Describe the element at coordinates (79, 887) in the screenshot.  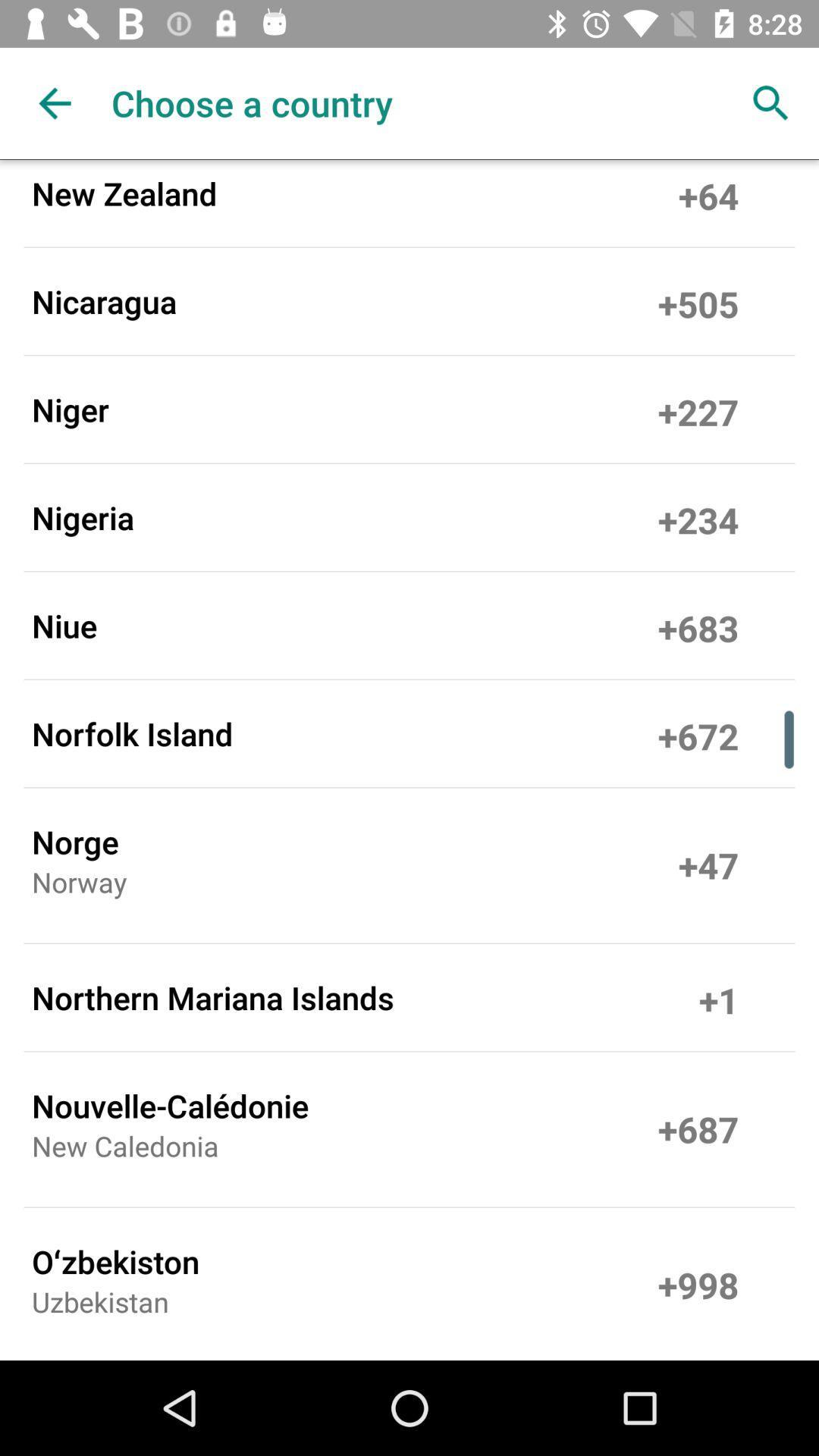
I see `item below norge item` at that location.